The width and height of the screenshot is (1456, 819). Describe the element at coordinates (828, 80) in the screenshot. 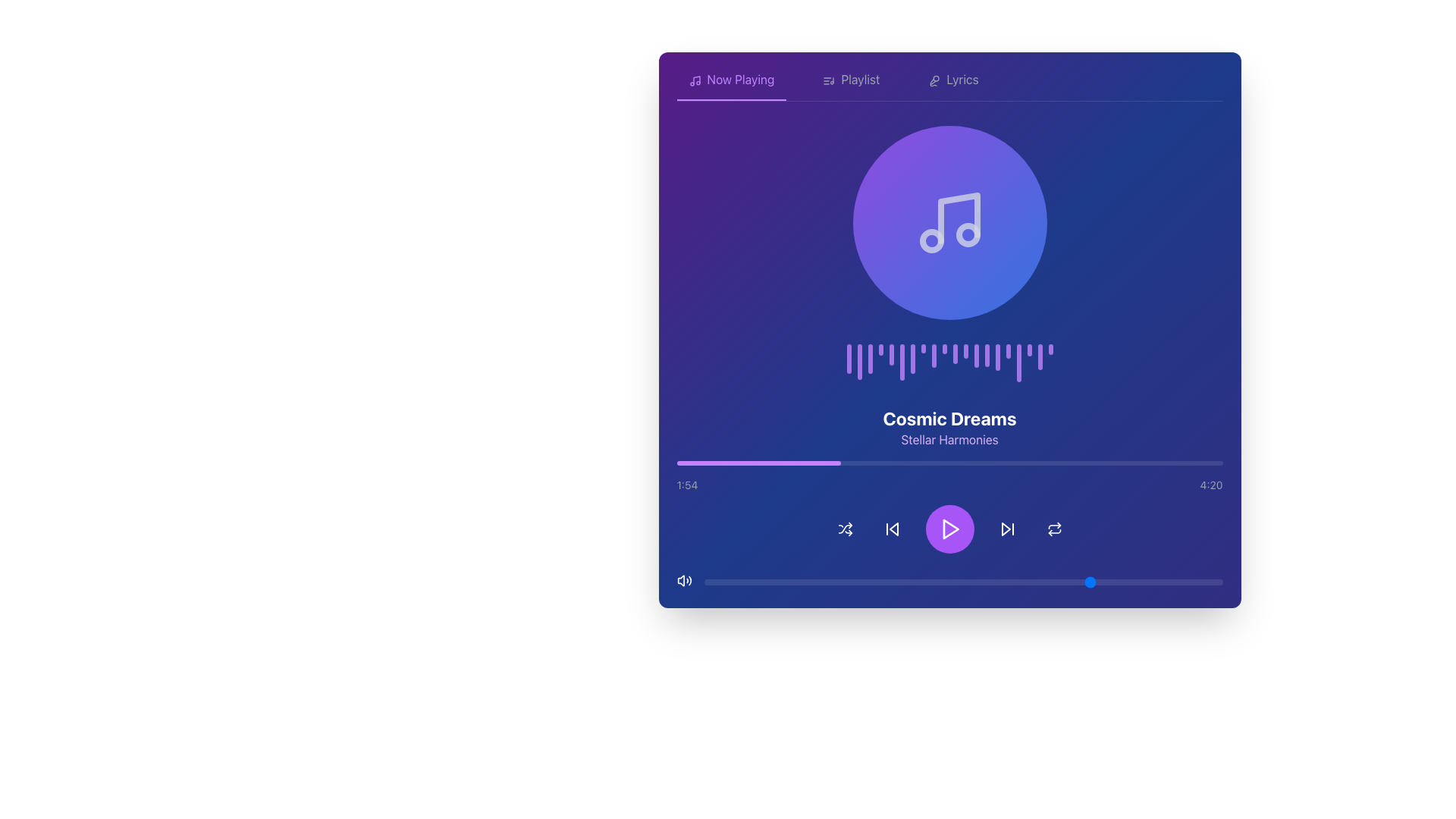

I see `the 'Playlist' icon located in the upper-left section of the application interface, adjacent to the 'Playlist' label` at that location.